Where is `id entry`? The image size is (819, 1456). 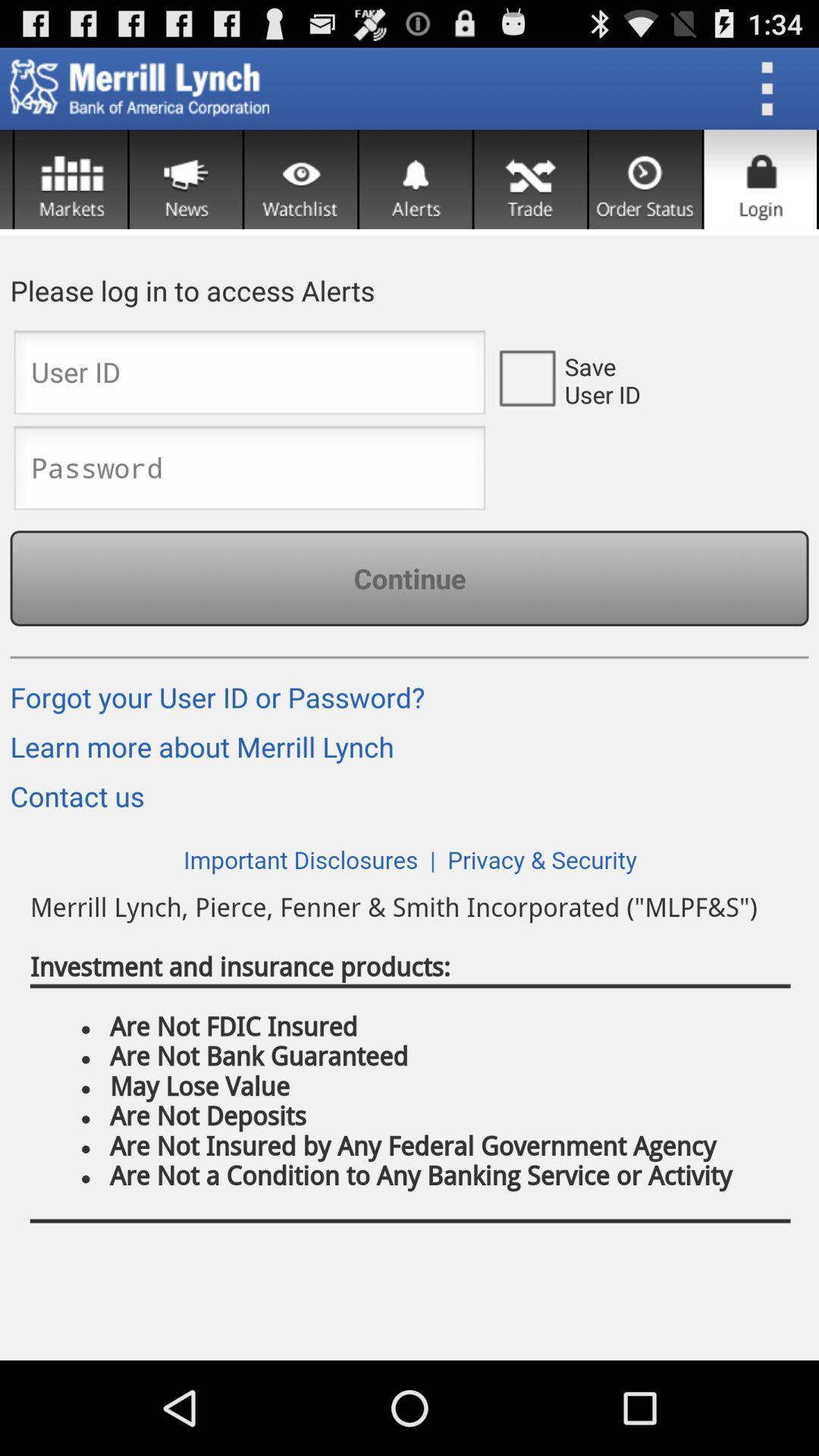 id entry is located at coordinates (249, 377).